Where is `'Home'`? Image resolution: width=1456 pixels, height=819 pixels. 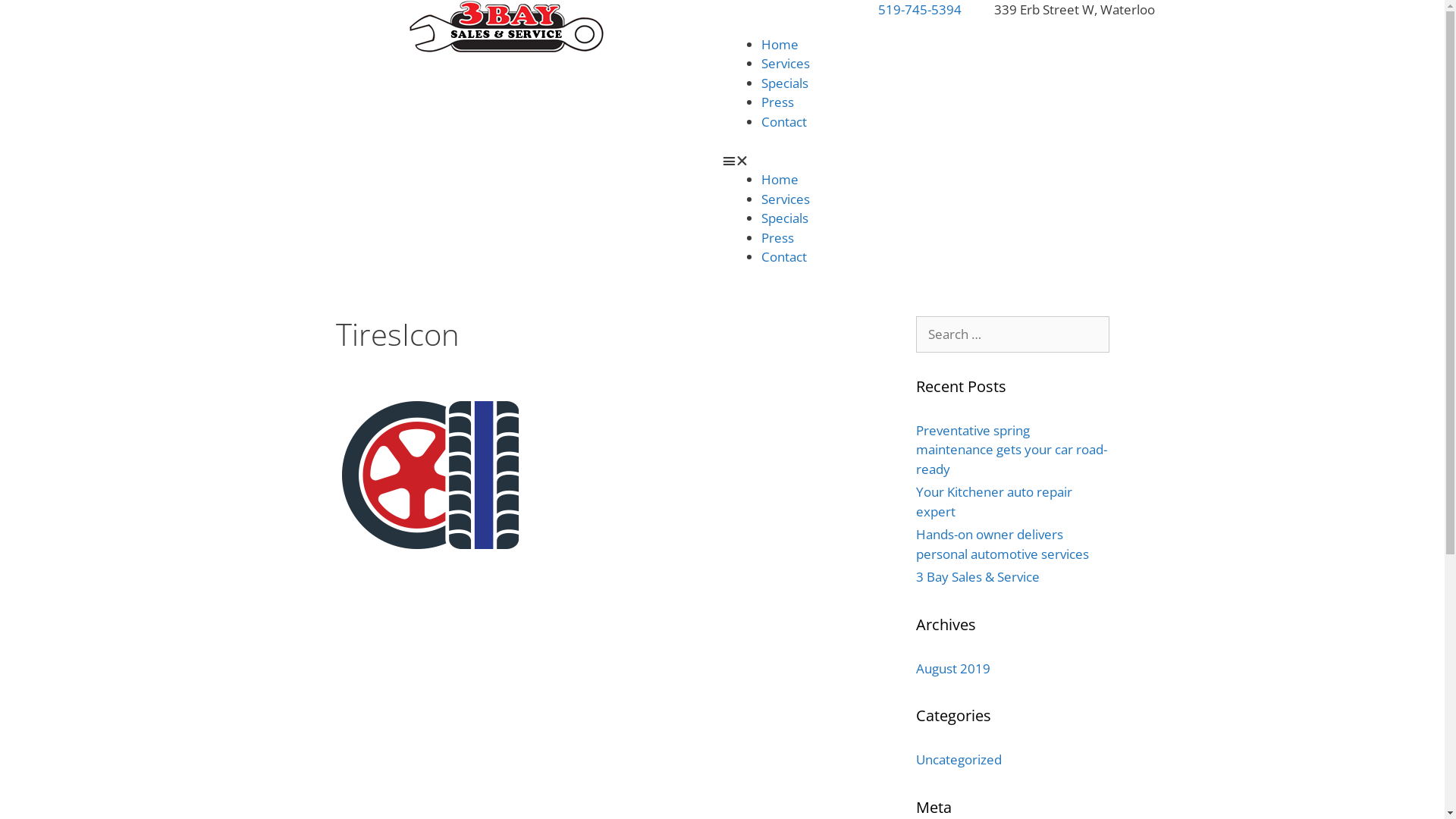 'Home' is located at coordinates (780, 178).